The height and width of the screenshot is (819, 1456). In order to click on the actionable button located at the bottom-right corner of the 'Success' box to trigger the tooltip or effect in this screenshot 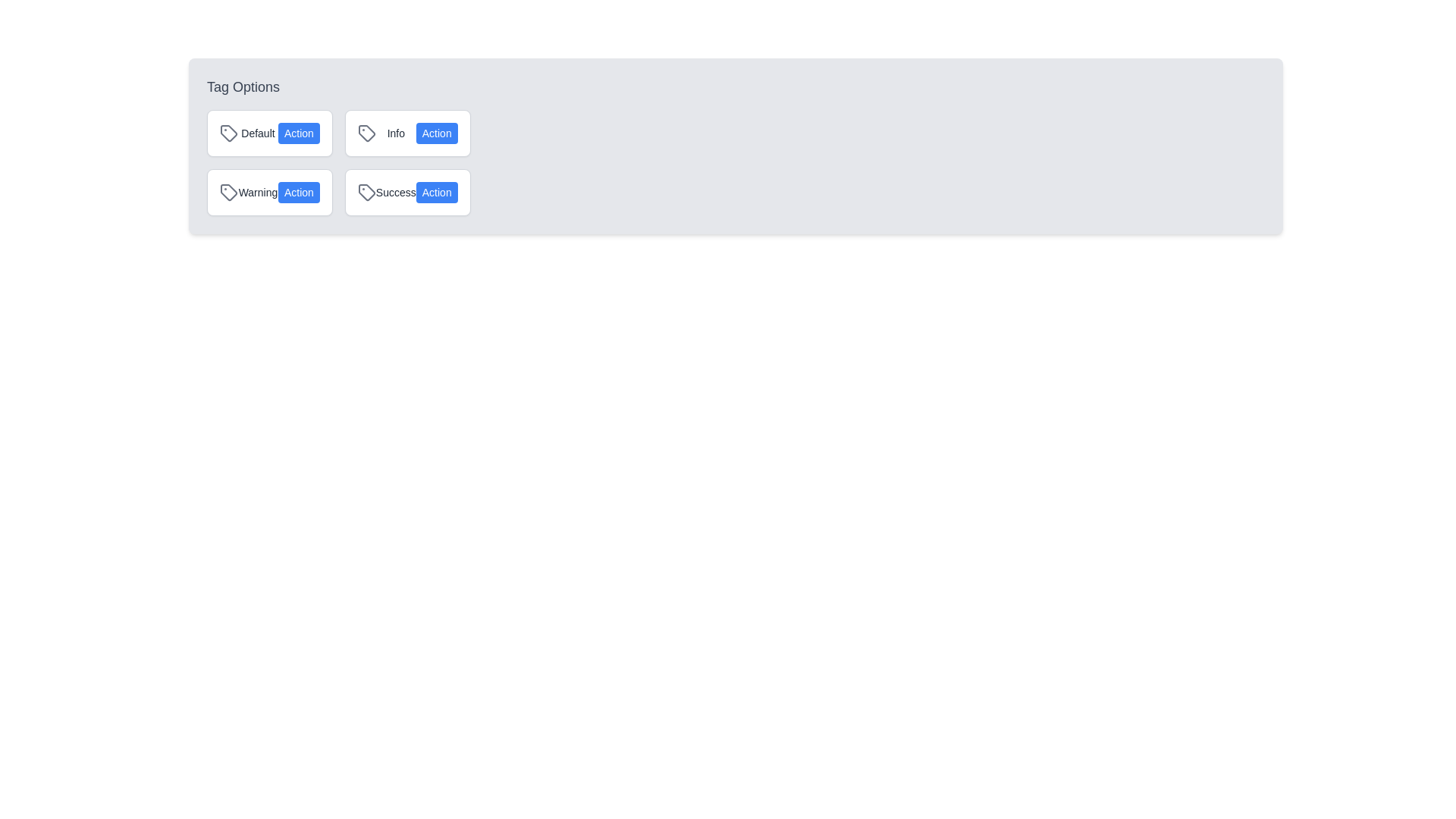, I will do `click(436, 192)`.